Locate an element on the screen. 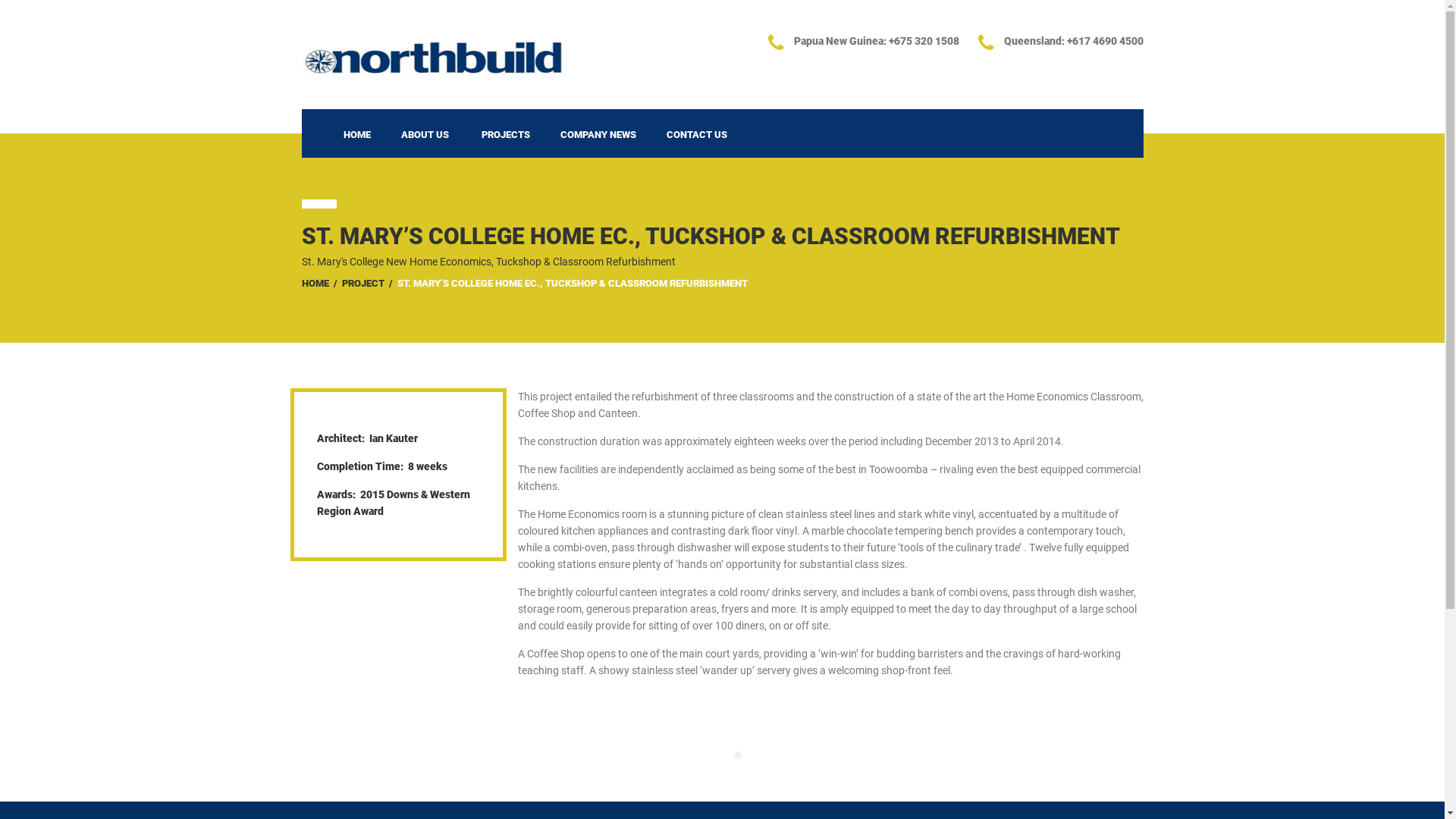  'HOME' is located at coordinates (327, 133).